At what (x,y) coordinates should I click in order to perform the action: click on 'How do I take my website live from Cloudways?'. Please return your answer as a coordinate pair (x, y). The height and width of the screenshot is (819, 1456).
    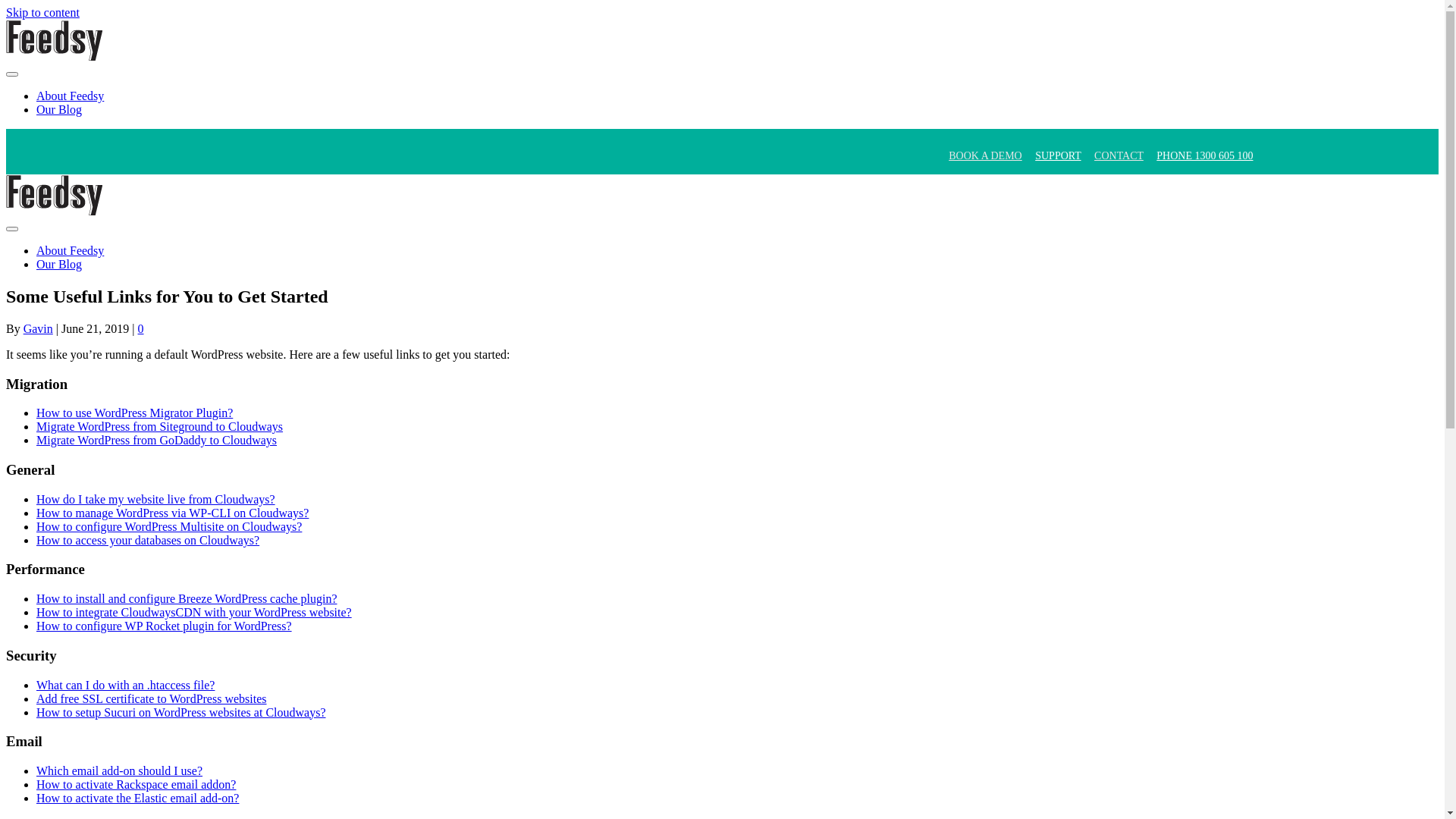
    Looking at the image, I should click on (155, 499).